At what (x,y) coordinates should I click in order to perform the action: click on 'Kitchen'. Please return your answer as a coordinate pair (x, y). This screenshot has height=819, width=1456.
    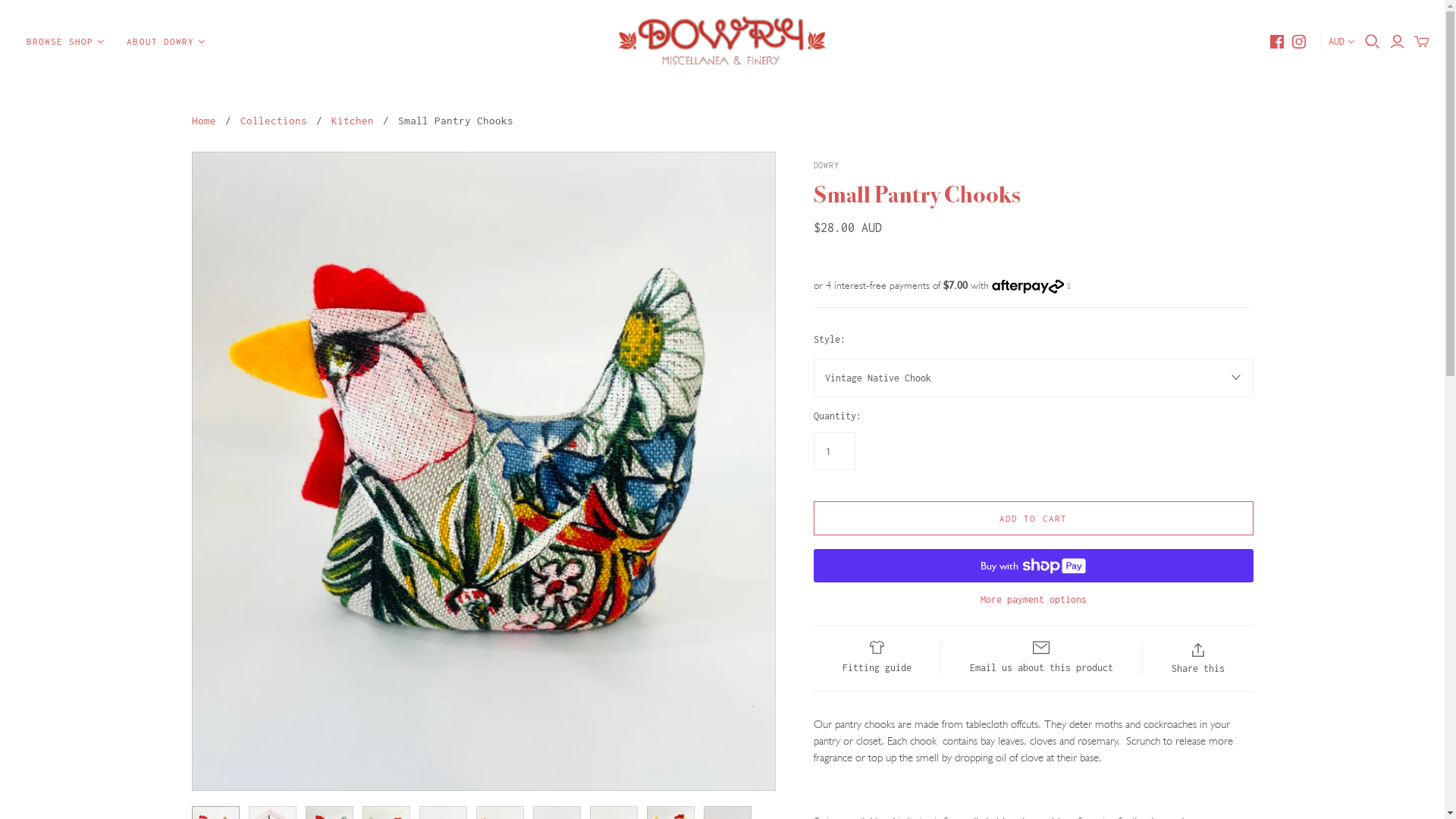
    Looking at the image, I should click on (330, 119).